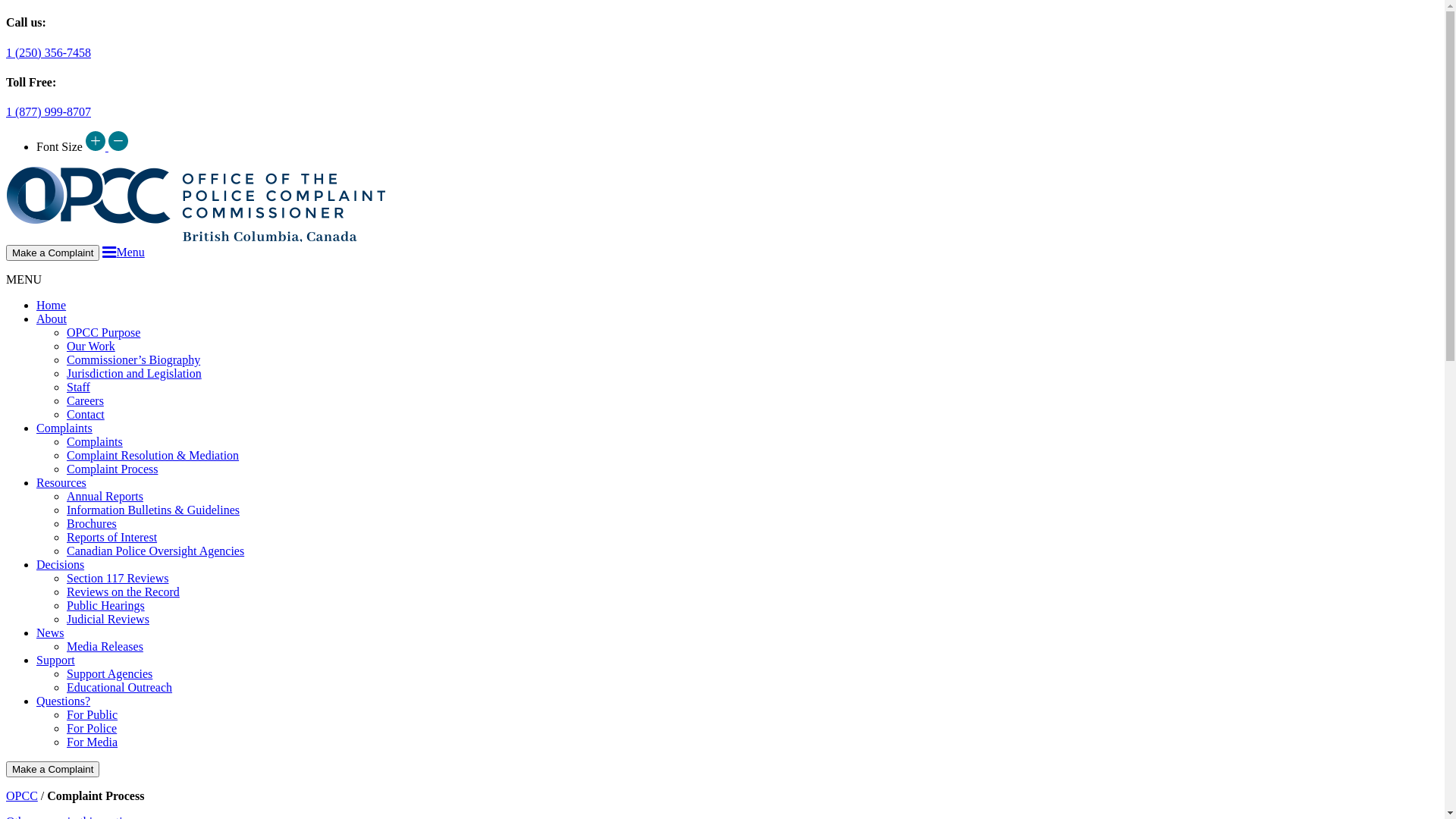 The width and height of the screenshot is (1456, 819). Describe the element at coordinates (60, 564) in the screenshot. I see `'Decisions'` at that location.